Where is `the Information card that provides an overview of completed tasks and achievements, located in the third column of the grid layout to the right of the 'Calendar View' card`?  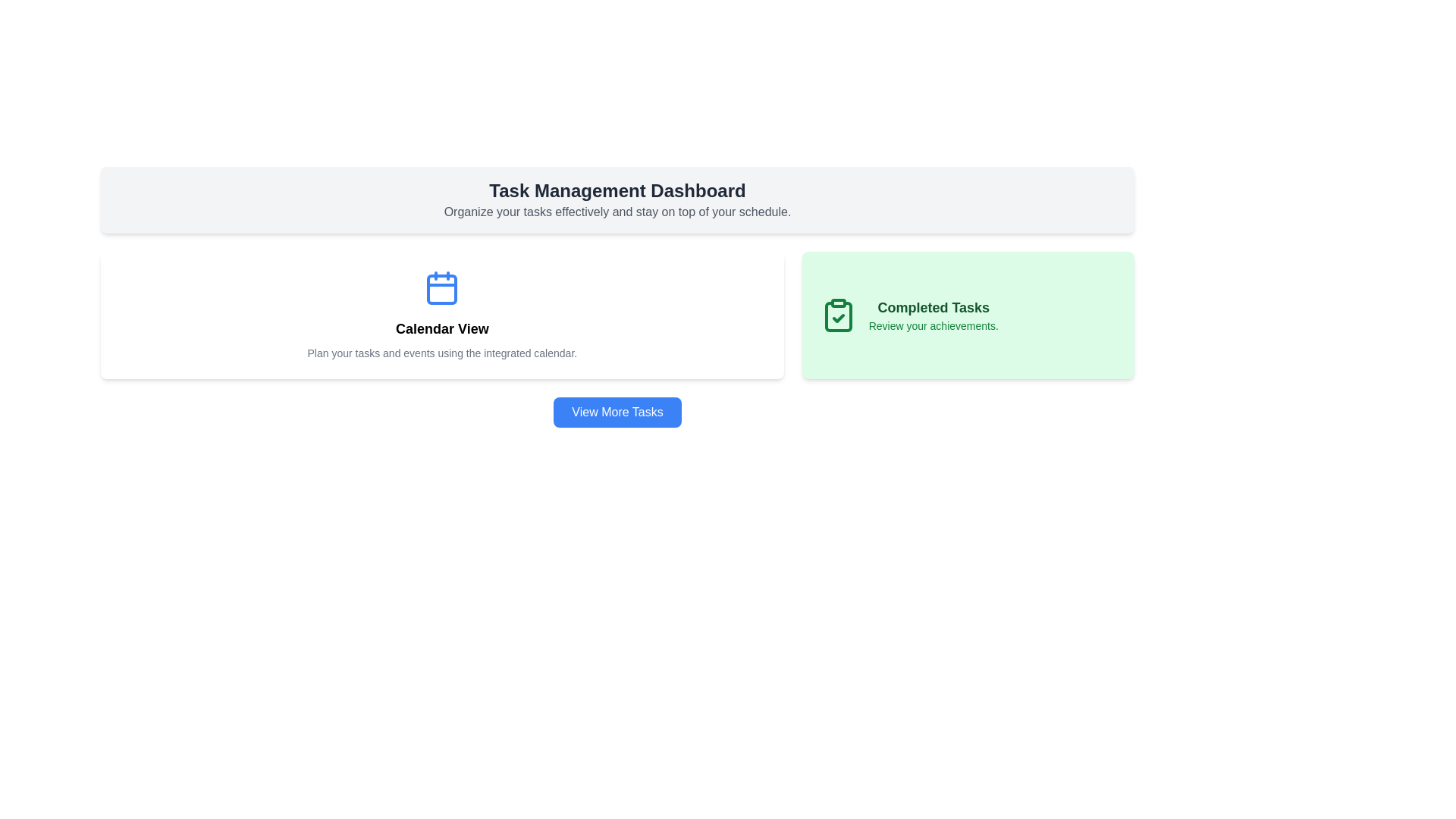
the Information card that provides an overview of completed tasks and achievements, located in the third column of the grid layout to the right of the 'Calendar View' card is located at coordinates (967, 315).